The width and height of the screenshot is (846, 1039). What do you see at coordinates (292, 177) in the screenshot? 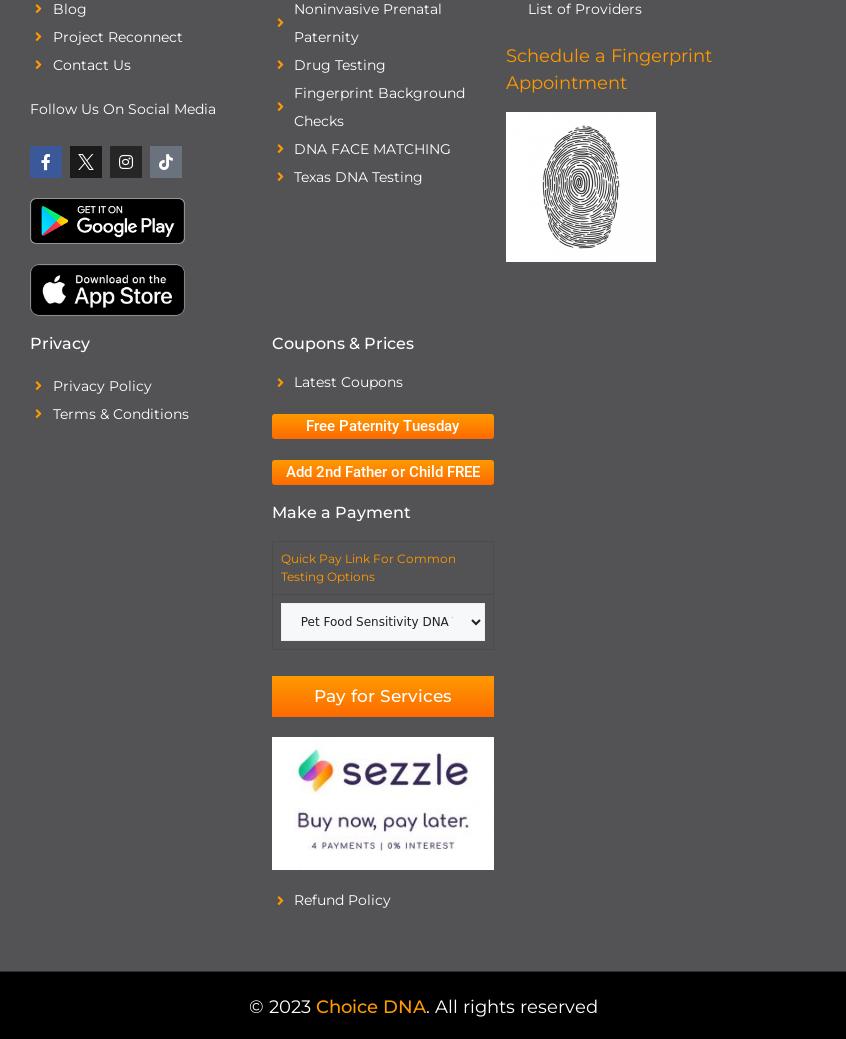
I see `'Texas DNA Testing'` at bounding box center [292, 177].